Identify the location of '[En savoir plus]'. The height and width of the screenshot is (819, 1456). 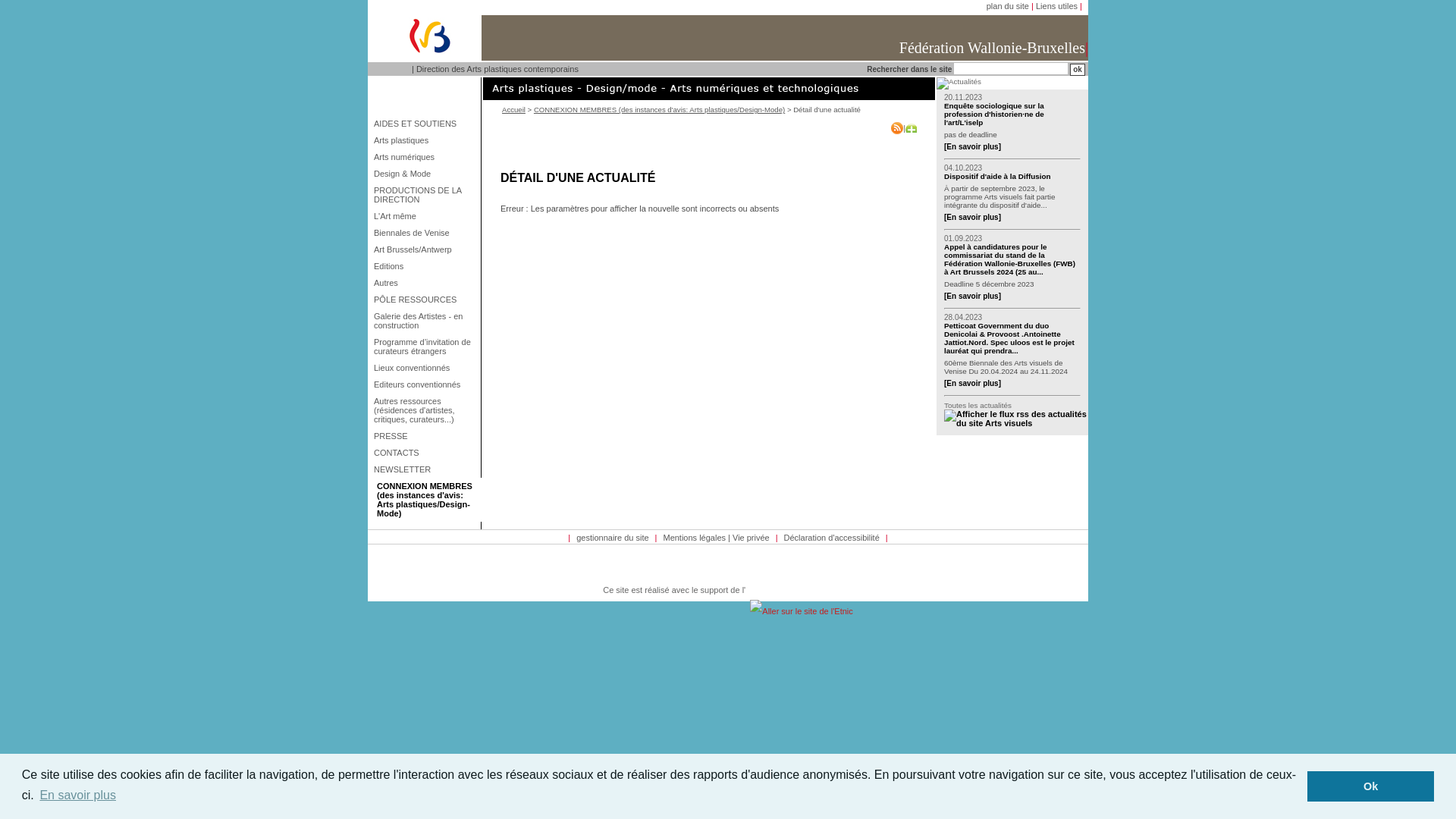
(972, 146).